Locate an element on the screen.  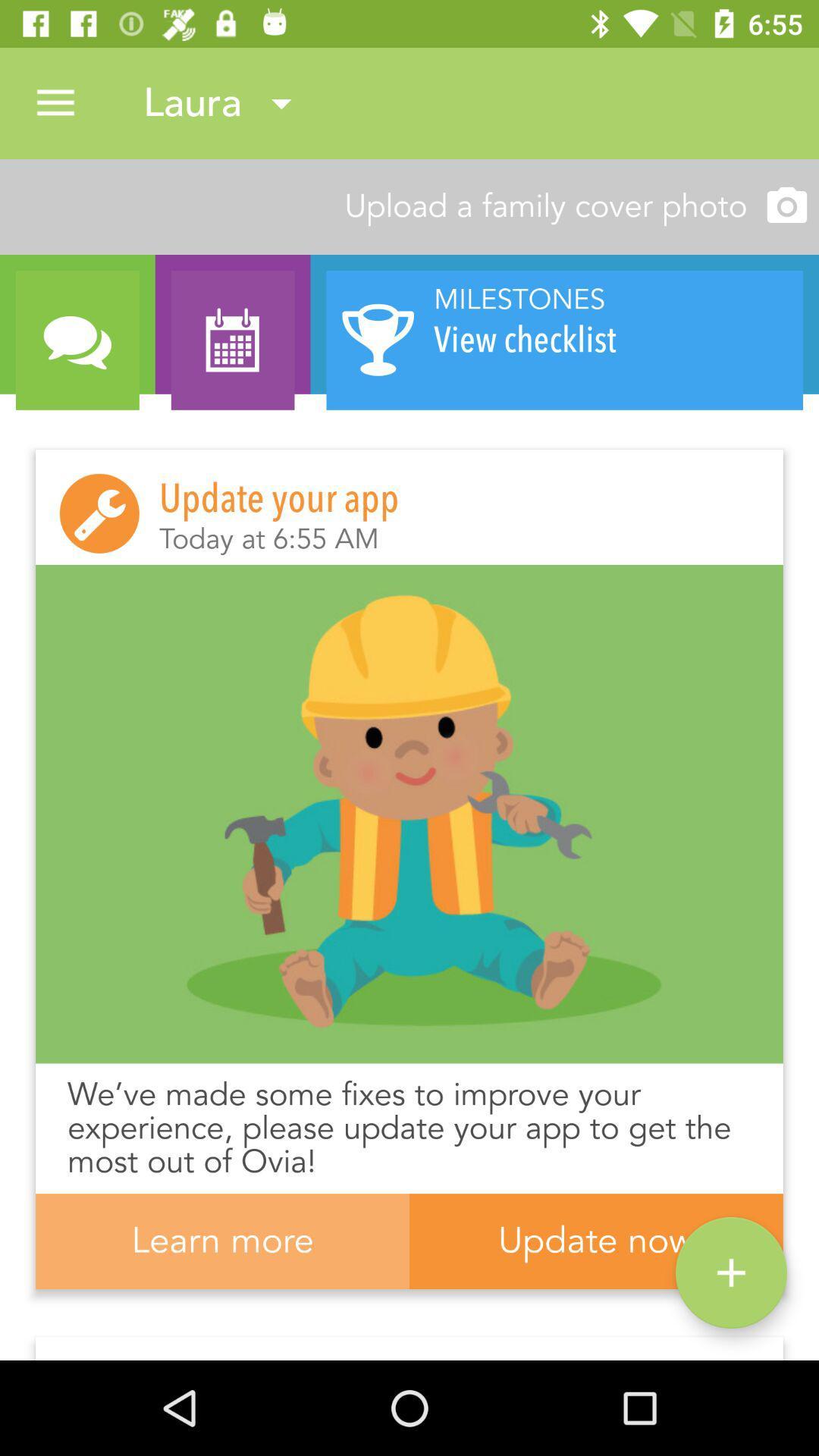
icon to the right of the learn more item is located at coordinates (730, 1272).